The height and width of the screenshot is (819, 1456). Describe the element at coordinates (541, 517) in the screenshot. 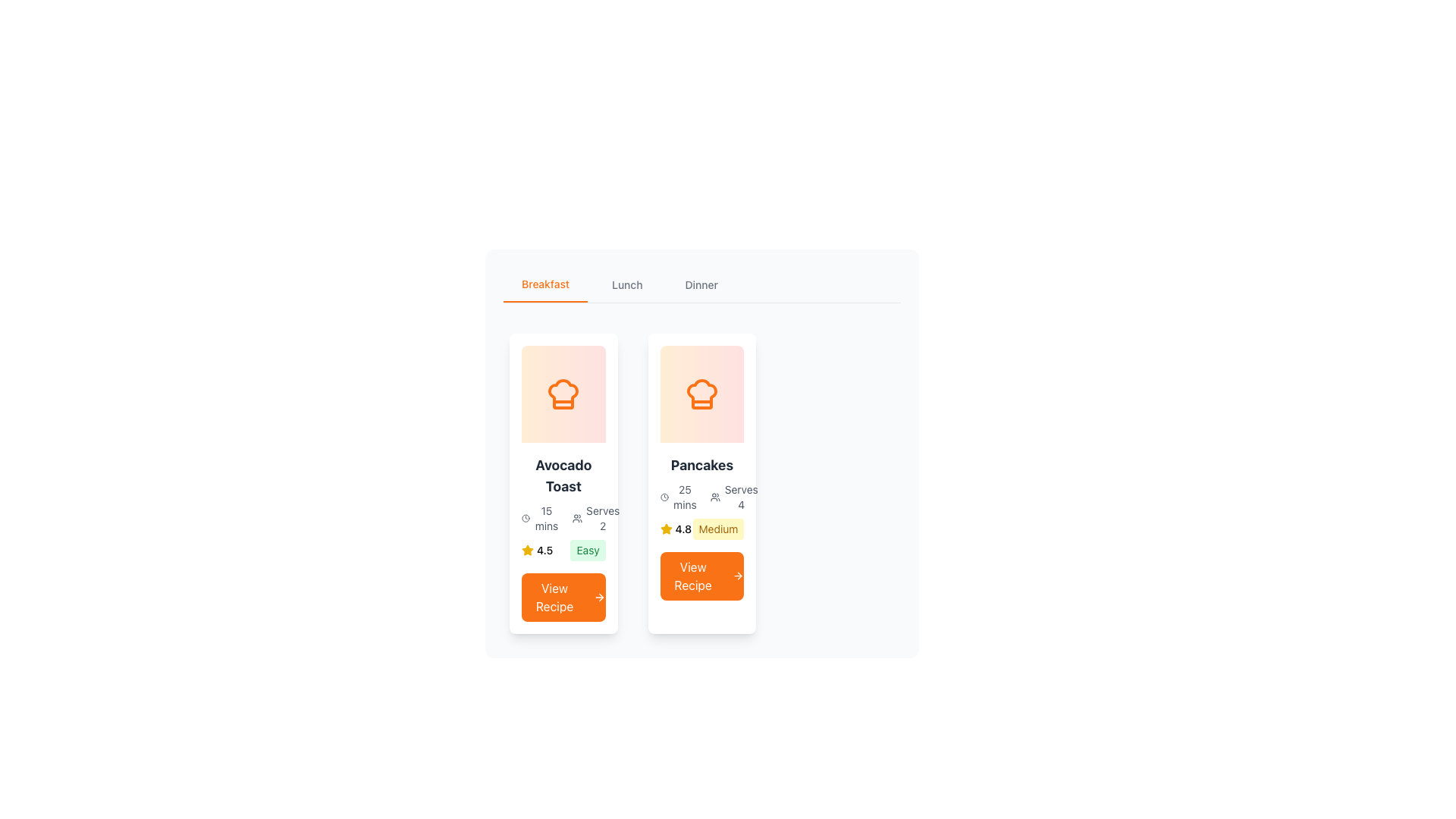

I see `the '15 mins' label with a clock icon` at that location.